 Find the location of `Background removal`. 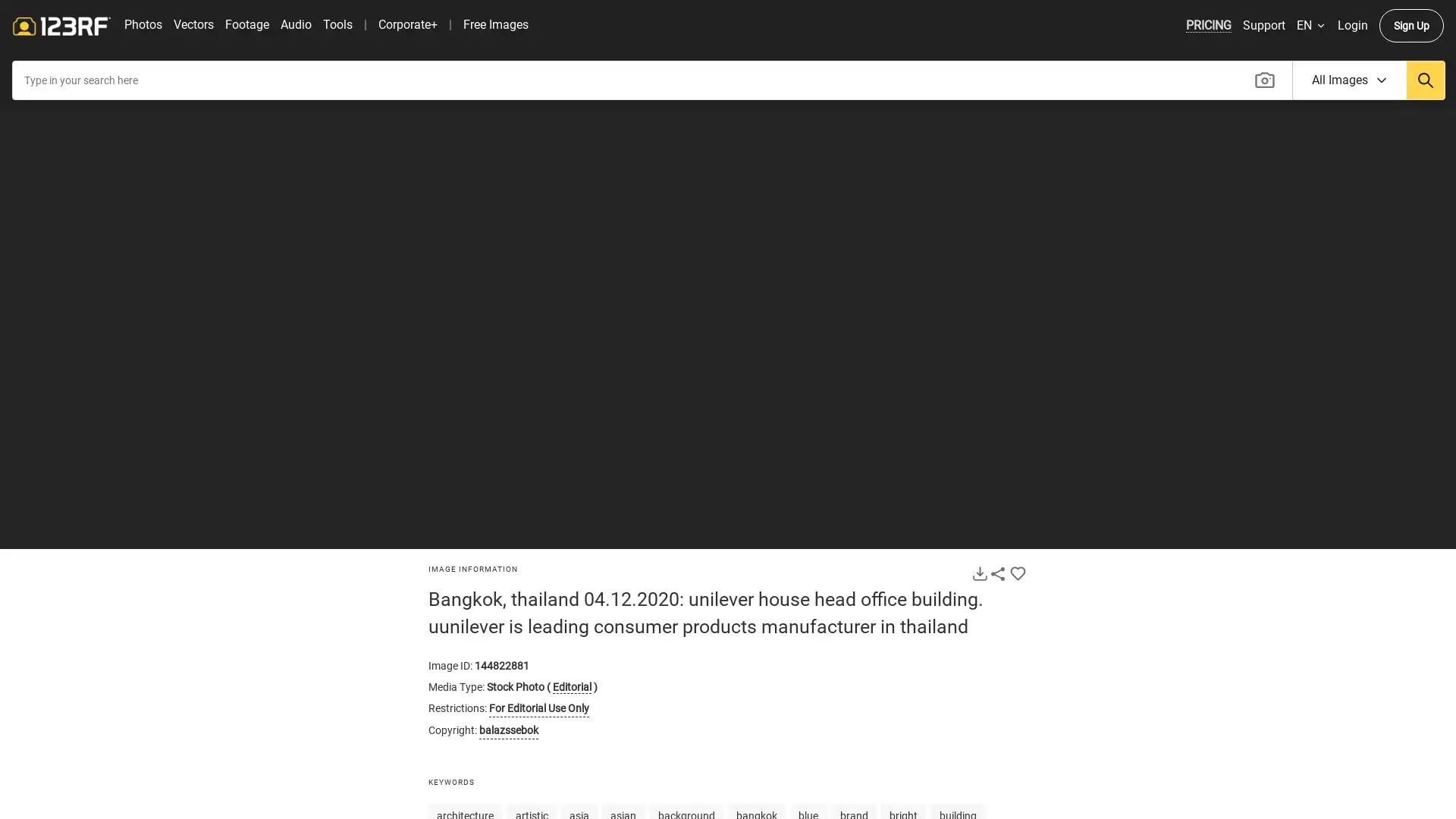

Background removal is located at coordinates (29, 400).